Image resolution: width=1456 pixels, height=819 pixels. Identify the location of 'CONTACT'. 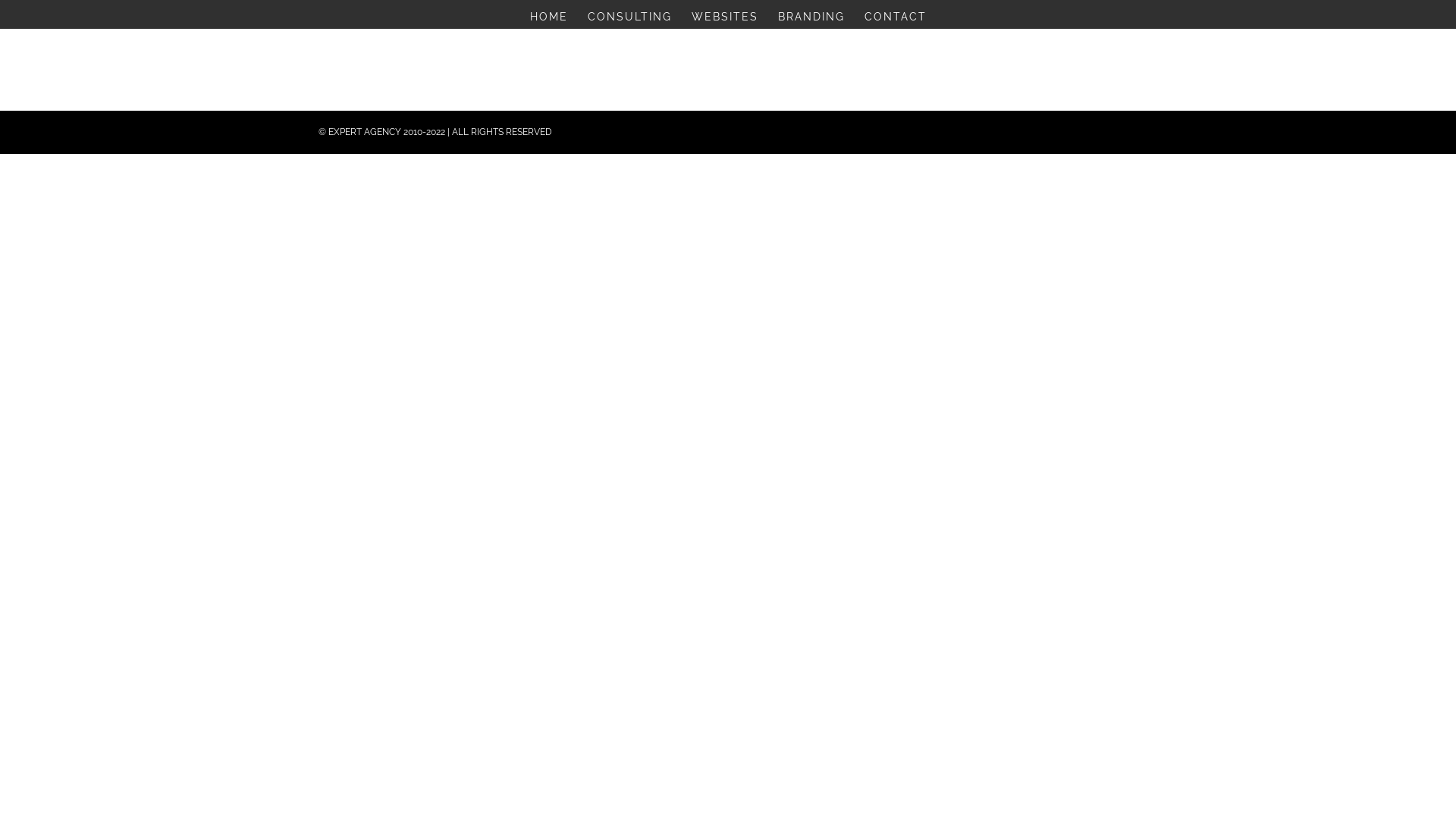
(895, 20).